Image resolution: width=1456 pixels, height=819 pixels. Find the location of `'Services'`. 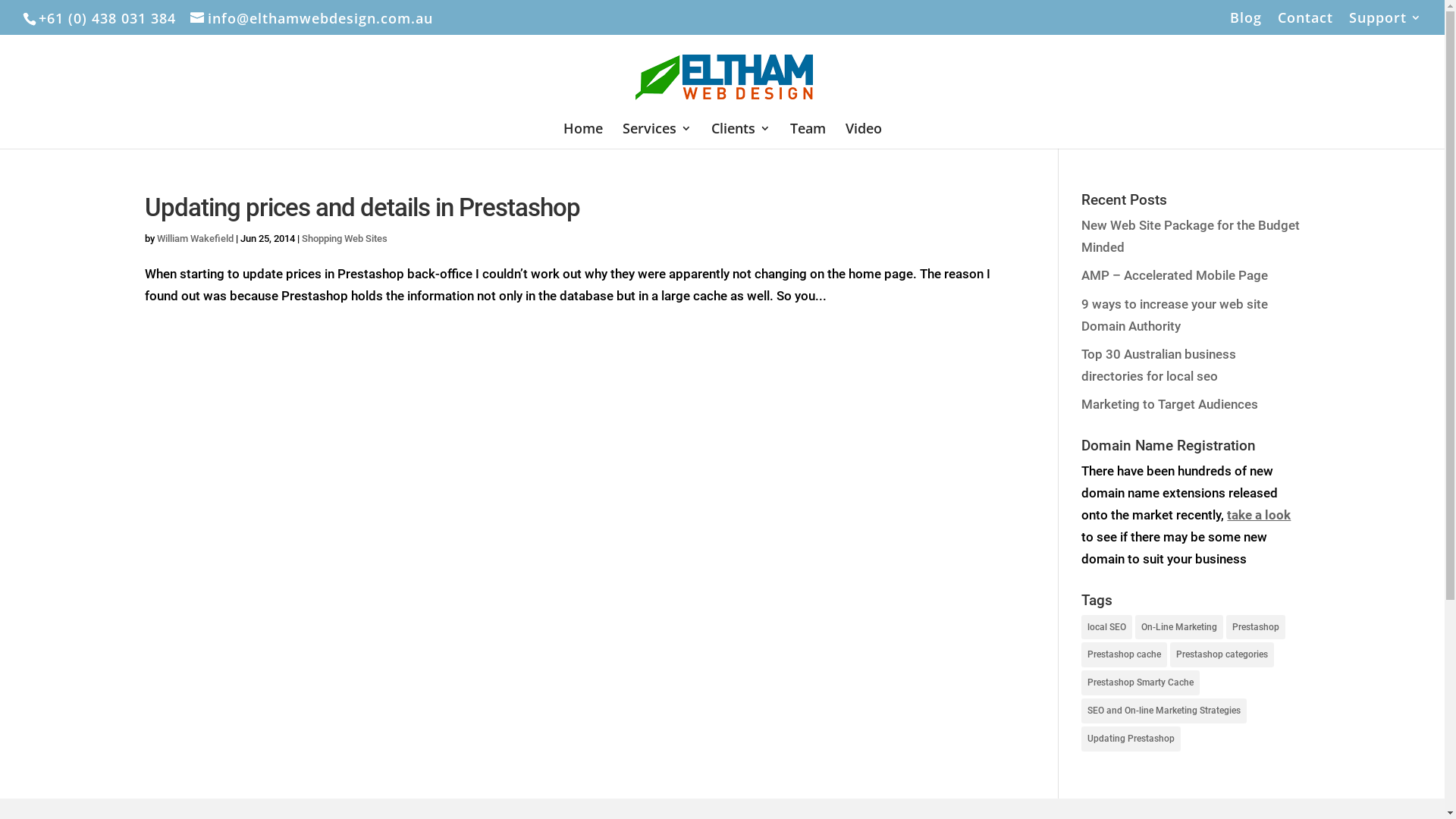

'Services' is located at coordinates (622, 134).